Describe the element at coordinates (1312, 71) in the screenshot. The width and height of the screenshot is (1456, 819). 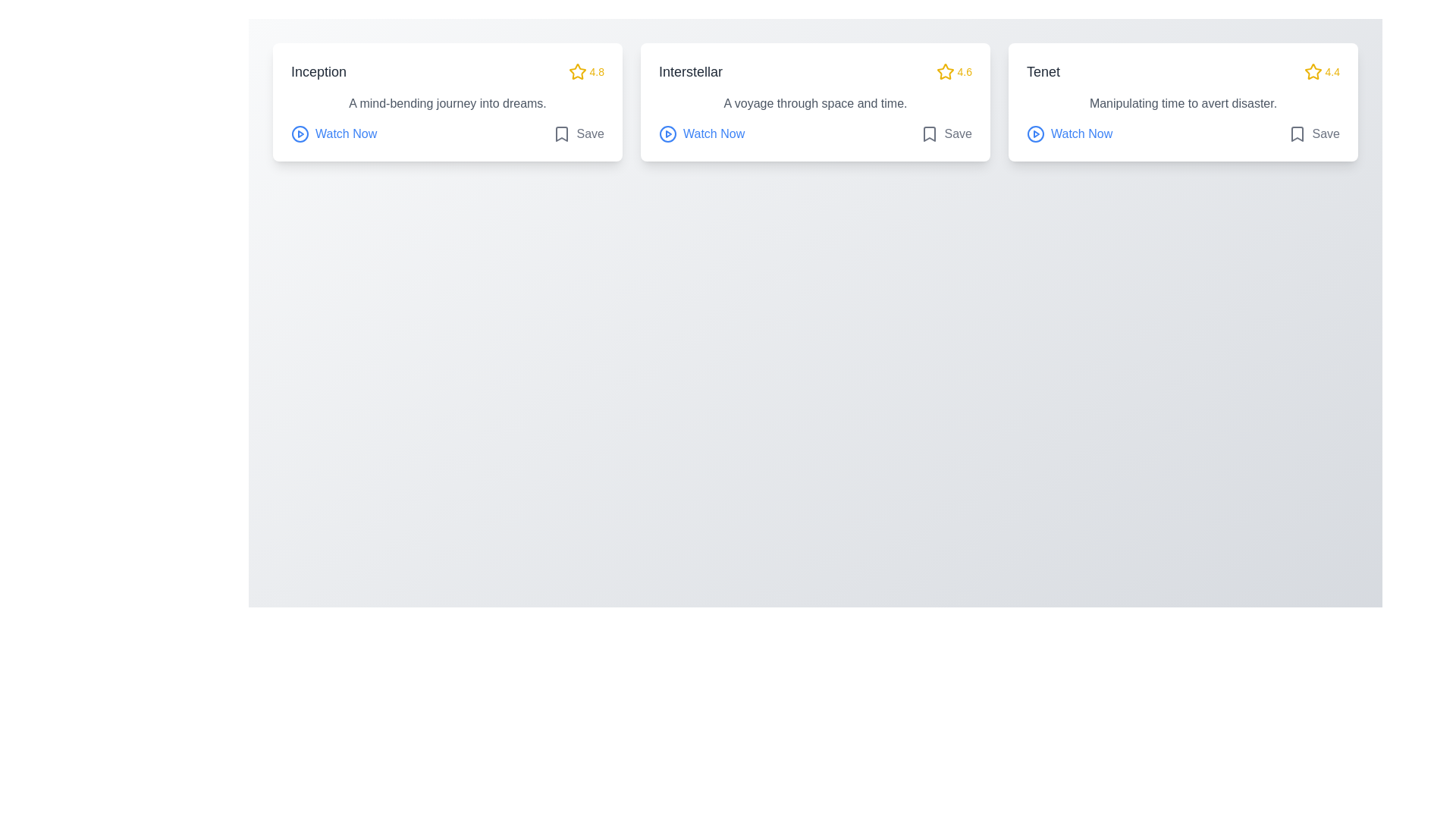
I see `the star-shaped rating icon located at the top right corner of the movie 'Tenet' card to indicate a rating` at that location.